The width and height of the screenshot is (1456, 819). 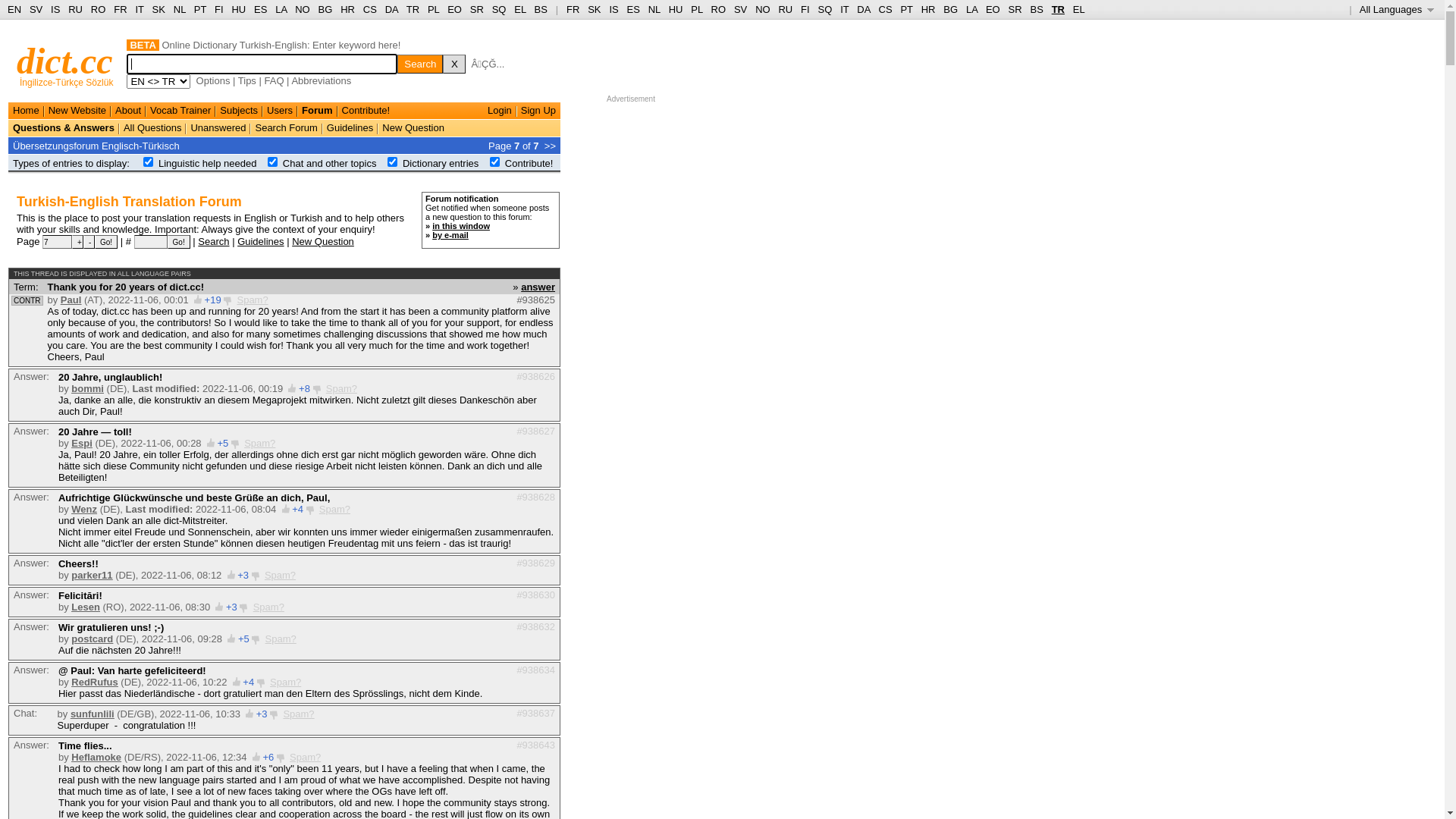 I want to click on 'TR', so click(x=1057, y=9).